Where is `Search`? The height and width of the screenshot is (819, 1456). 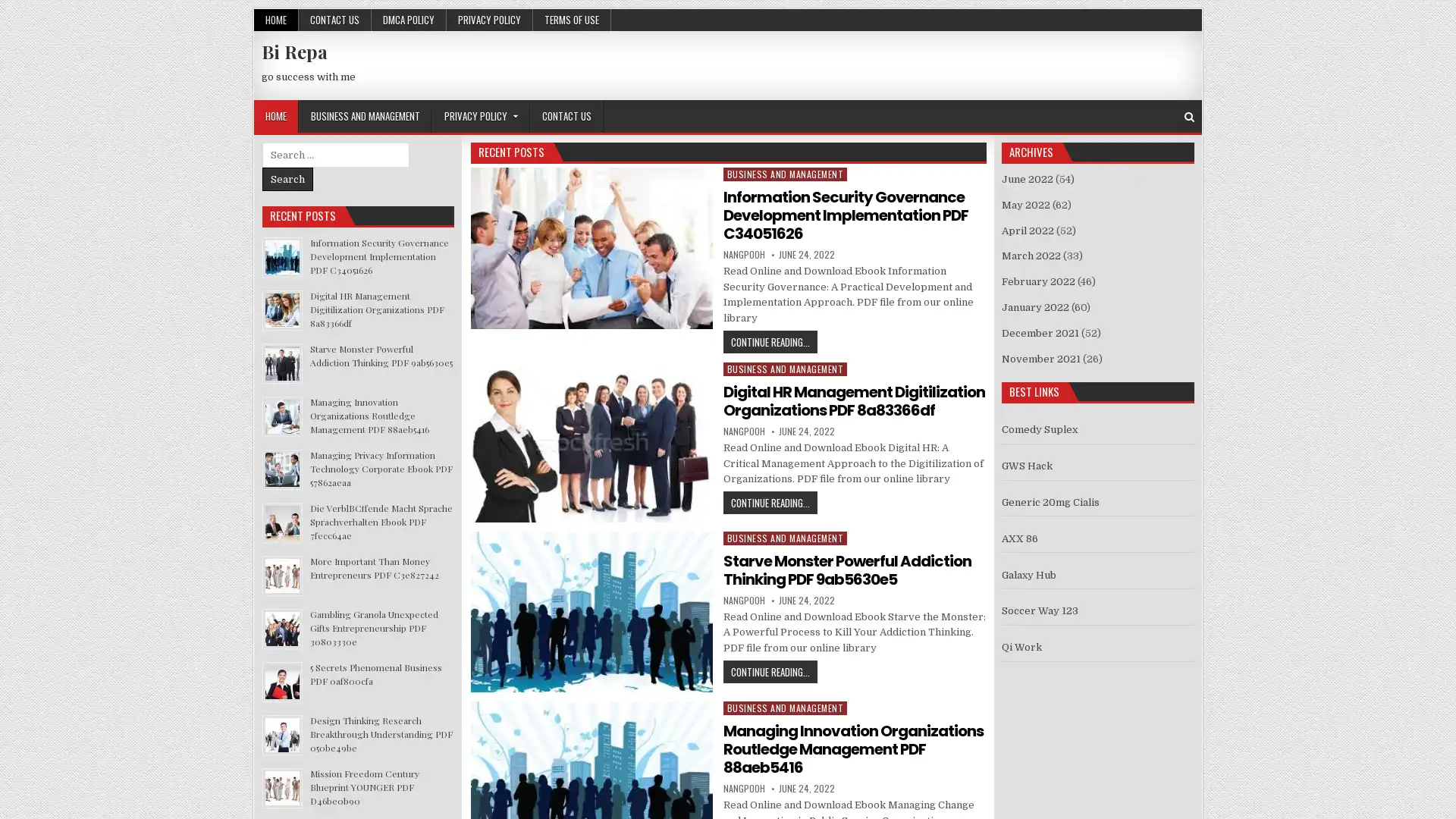 Search is located at coordinates (287, 178).